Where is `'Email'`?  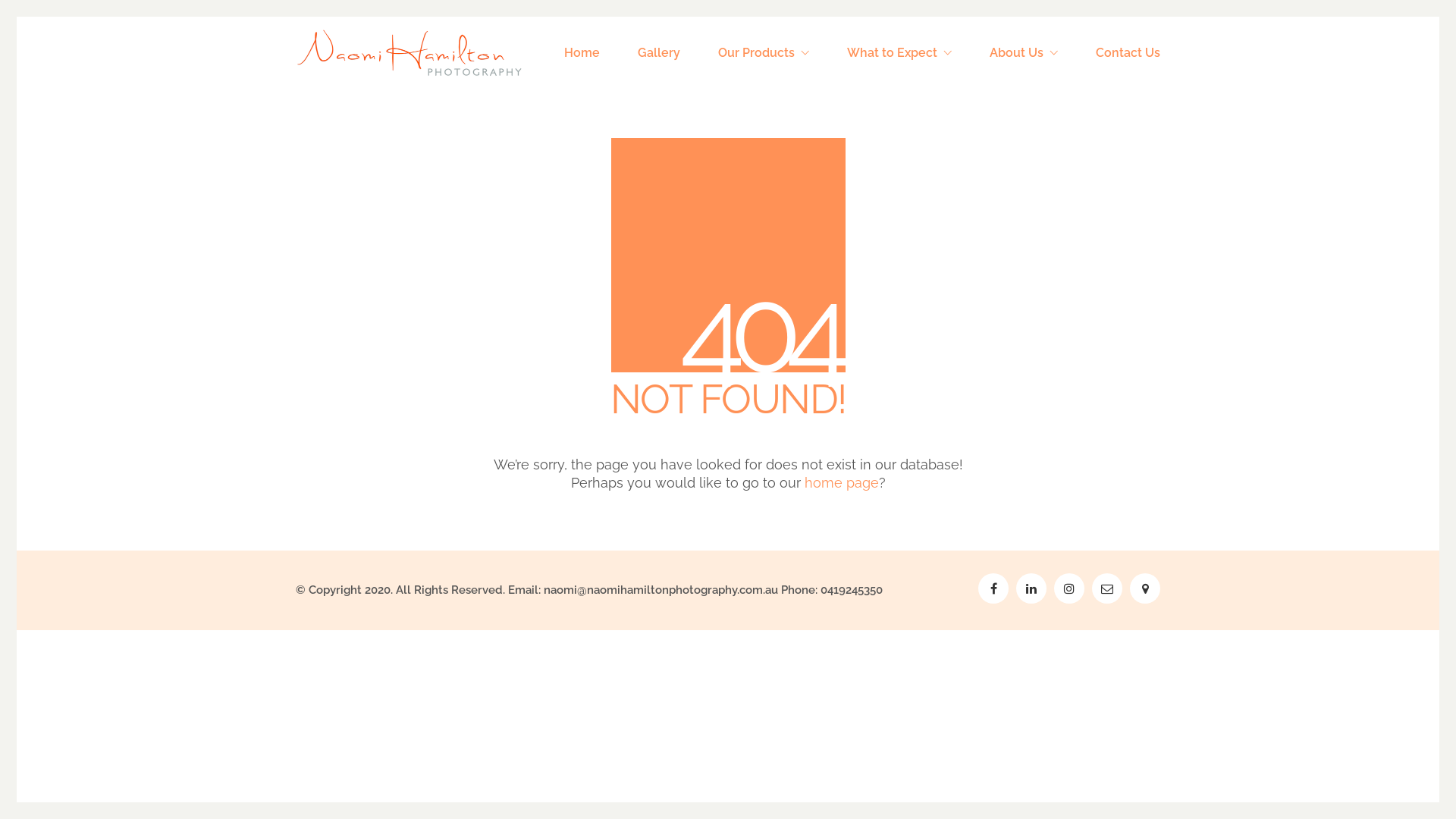 'Email' is located at coordinates (1106, 587).